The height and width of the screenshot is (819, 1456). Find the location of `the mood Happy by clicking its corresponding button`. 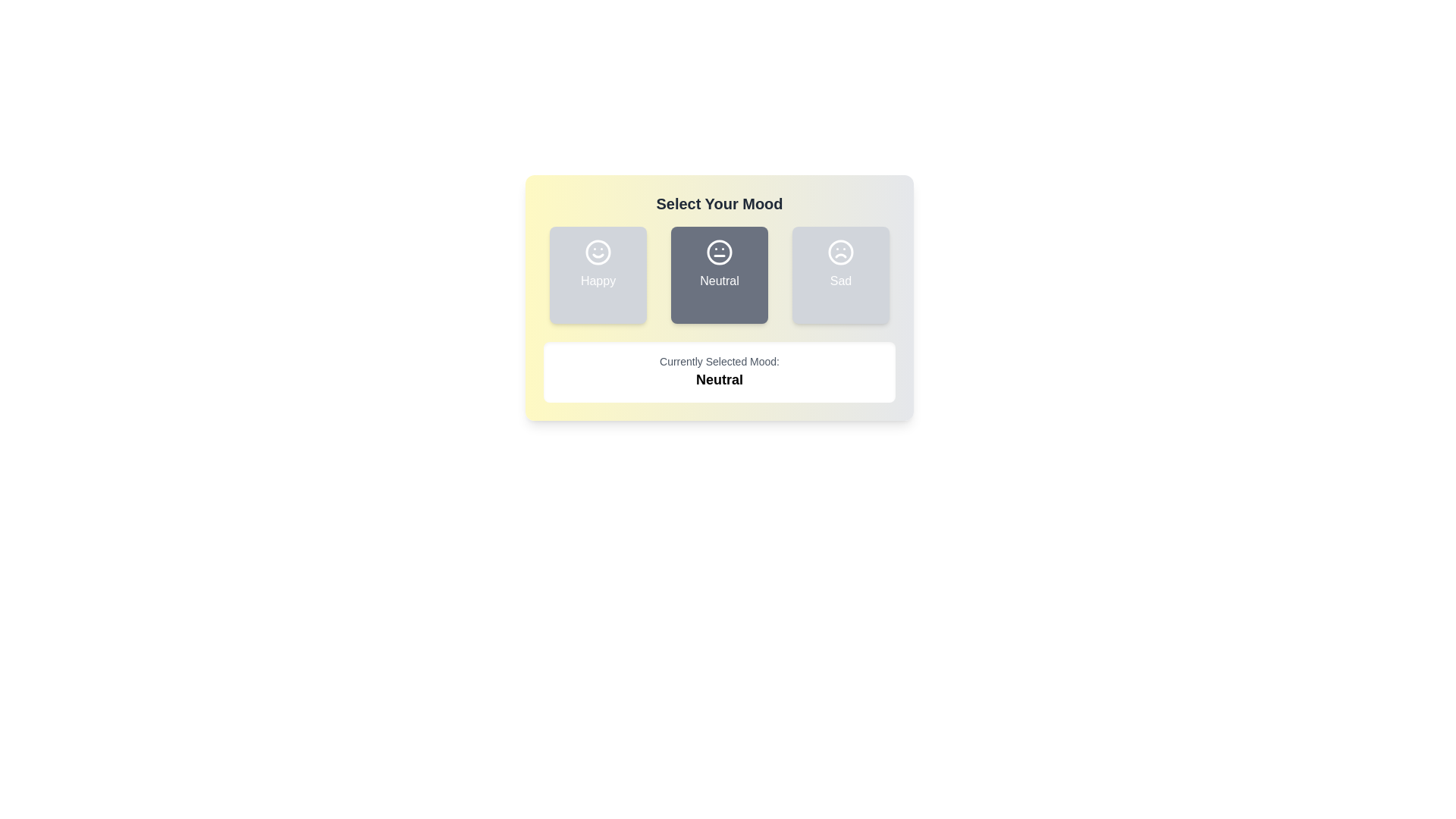

the mood Happy by clicking its corresponding button is located at coordinates (597, 275).